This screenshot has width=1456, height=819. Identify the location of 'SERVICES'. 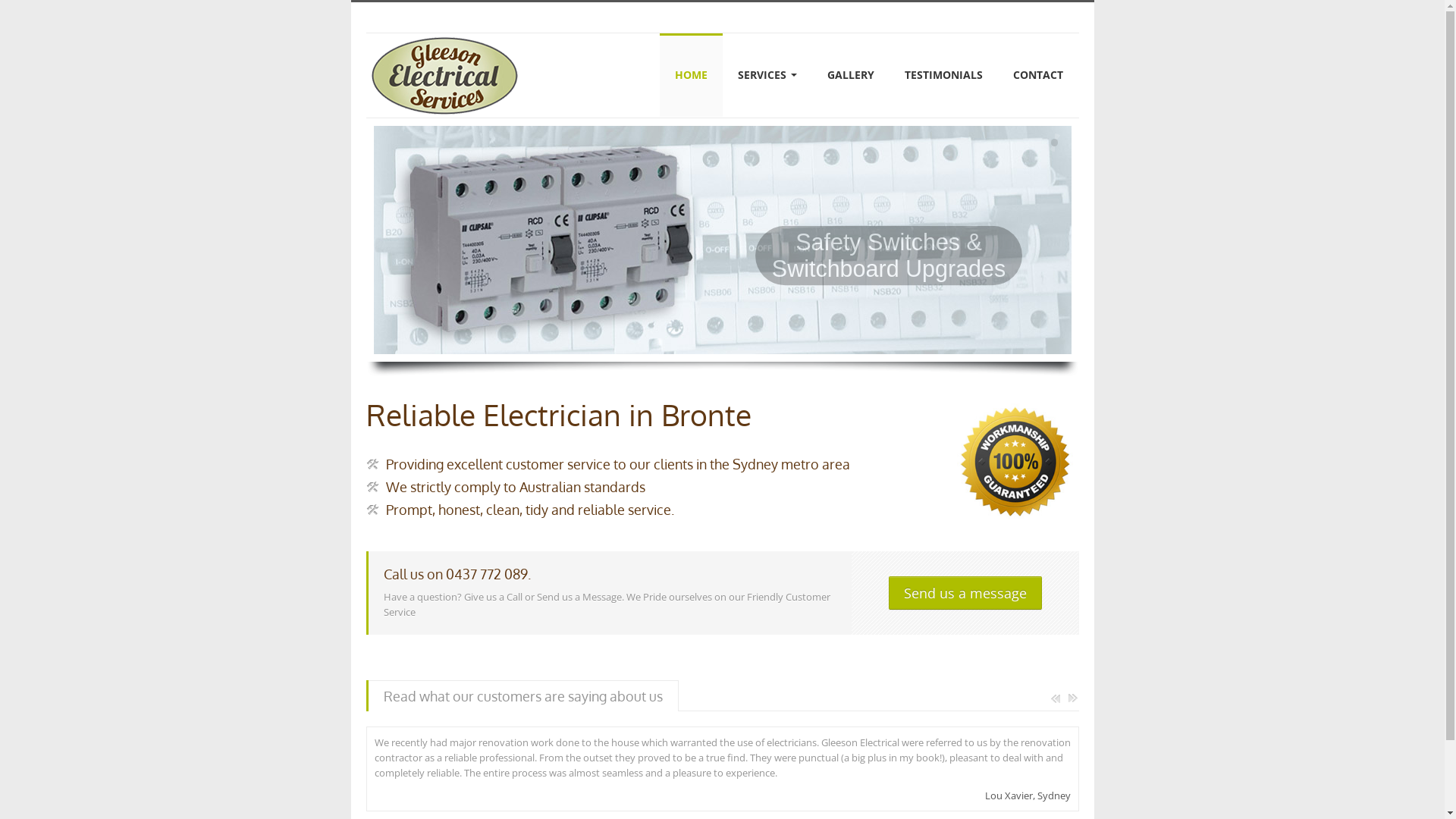
(767, 75).